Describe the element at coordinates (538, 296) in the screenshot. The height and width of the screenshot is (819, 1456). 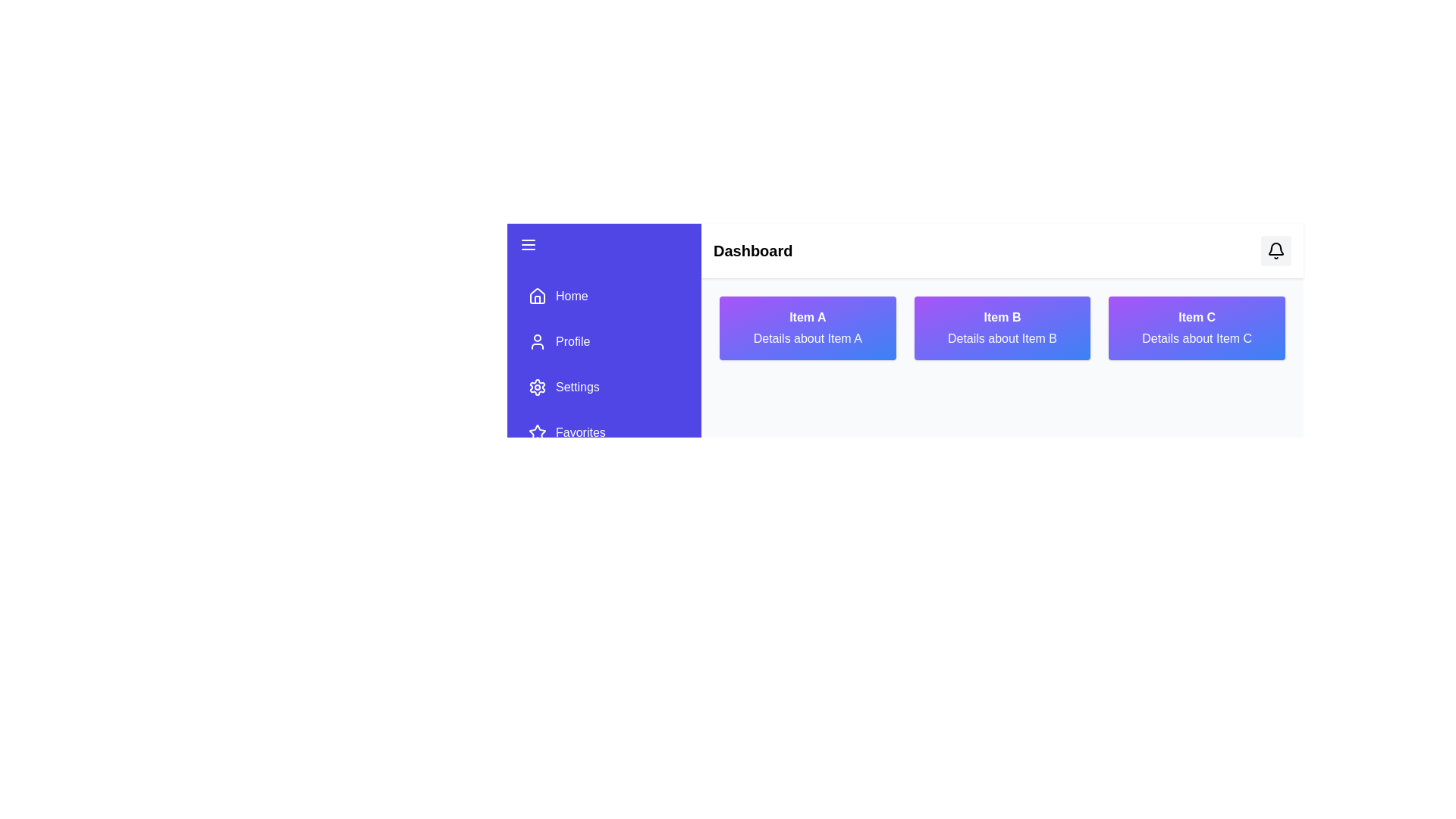
I see `the house-shaped icon in the vertical navigation sidebar labeled 'Home', which is the first button from the top` at that location.